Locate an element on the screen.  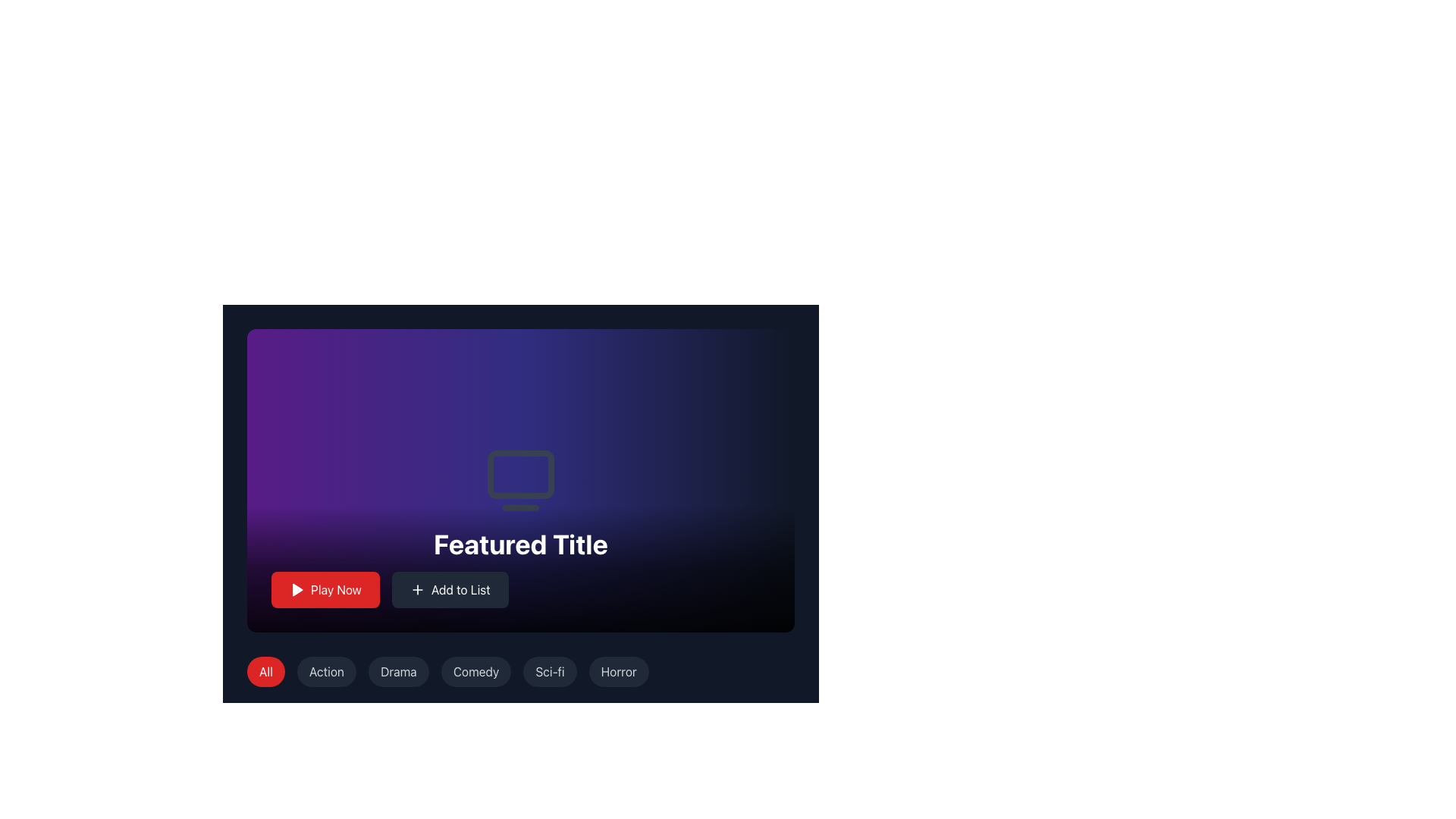
the large and bold text component displaying 'Featured Title', which is prominently positioned above the interactive buttons in the bottom center of the interface is located at coordinates (520, 543).